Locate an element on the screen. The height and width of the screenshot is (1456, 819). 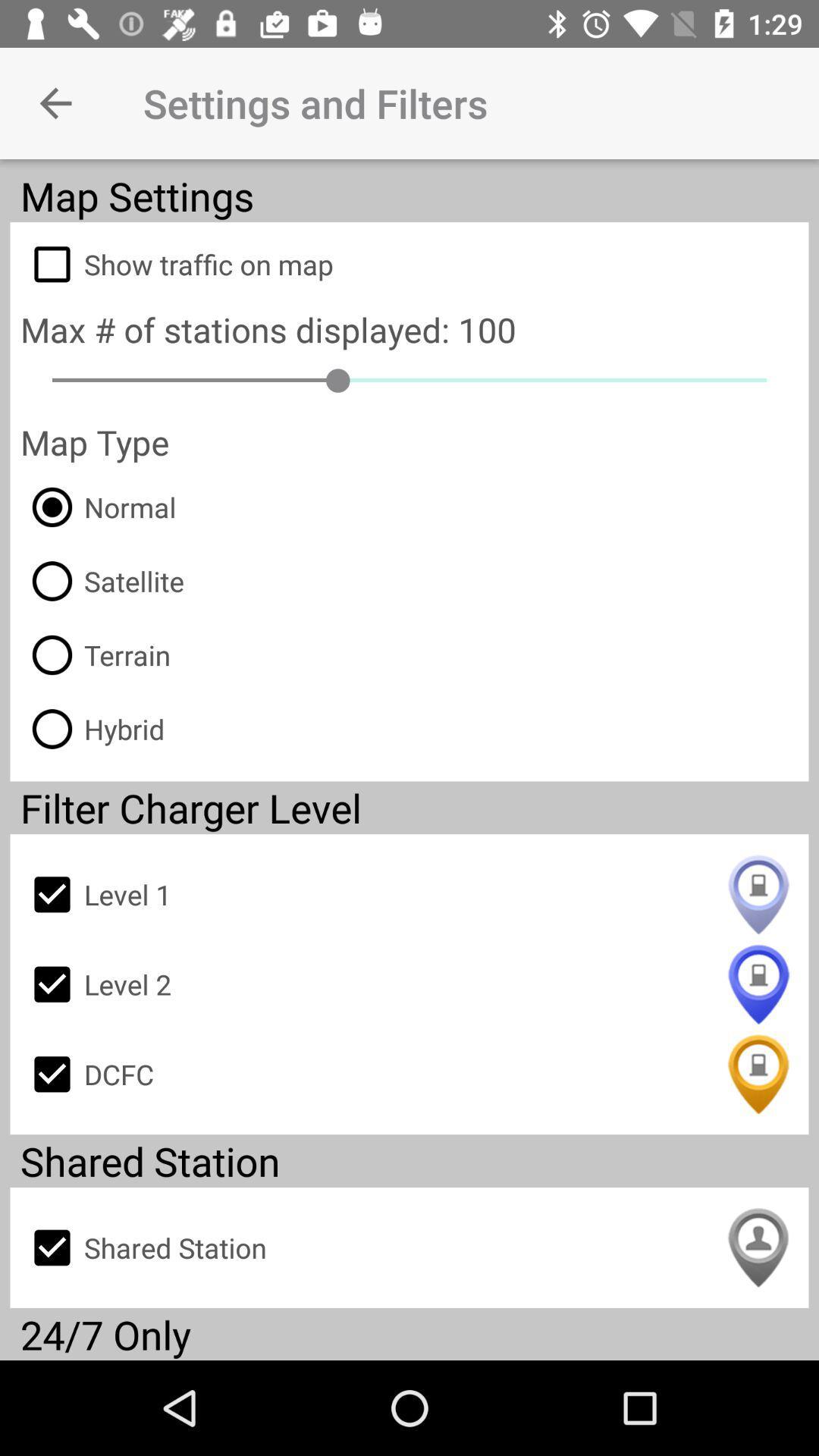
the terrain item is located at coordinates (96, 655).